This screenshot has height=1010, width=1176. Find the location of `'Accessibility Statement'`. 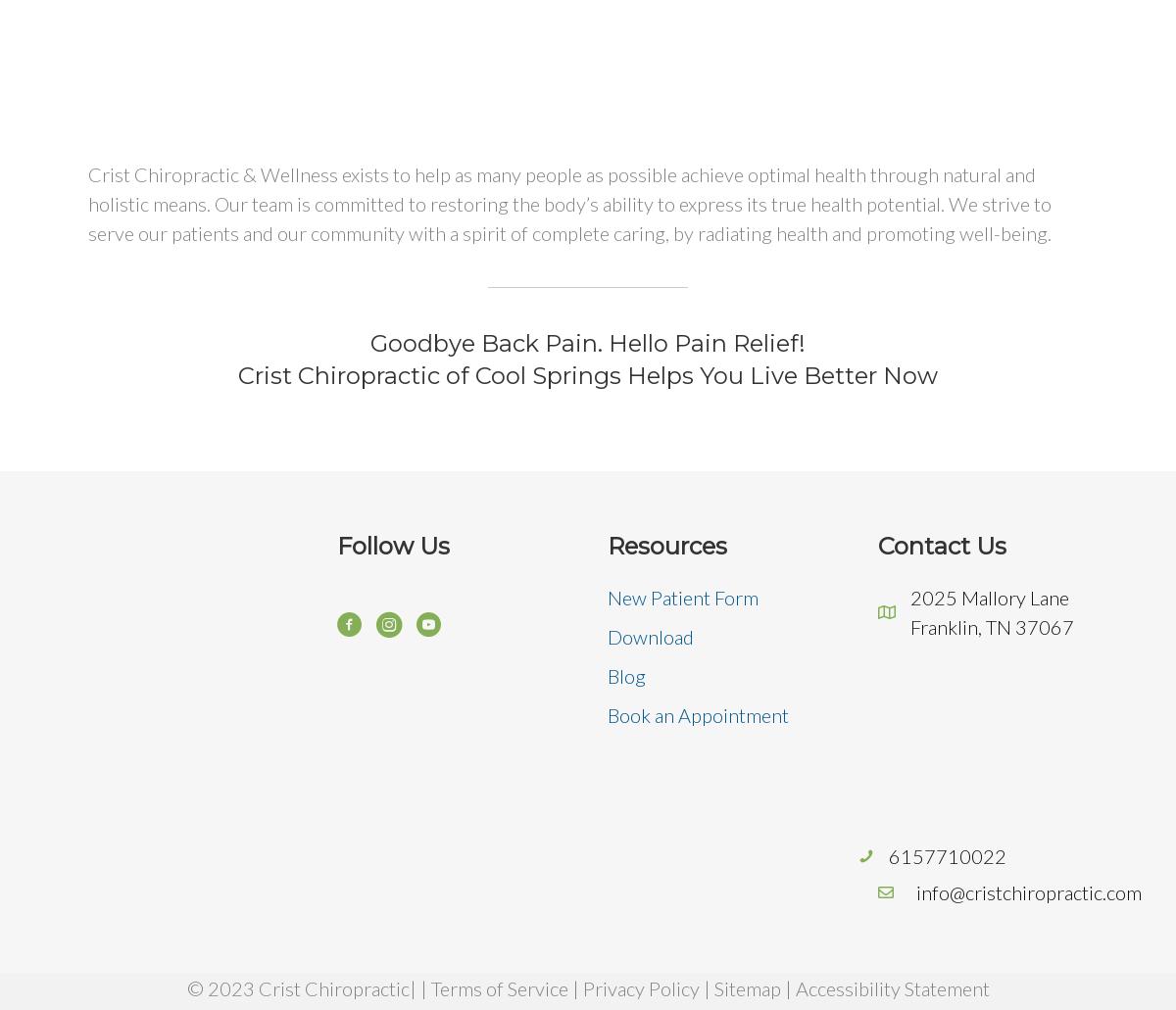

'Accessibility Statement' is located at coordinates (891, 986).